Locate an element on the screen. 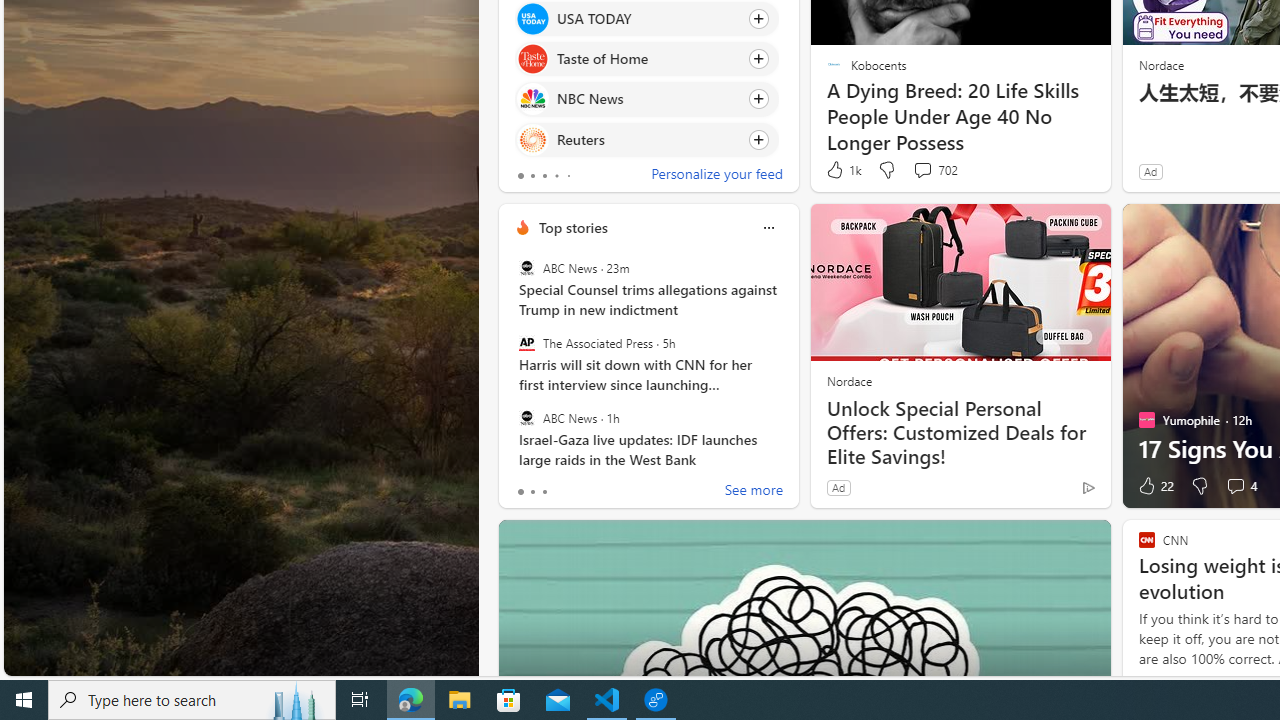 This screenshot has width=1280, height=720. 'Personalize your feed' is located at coordinates (716, 175).